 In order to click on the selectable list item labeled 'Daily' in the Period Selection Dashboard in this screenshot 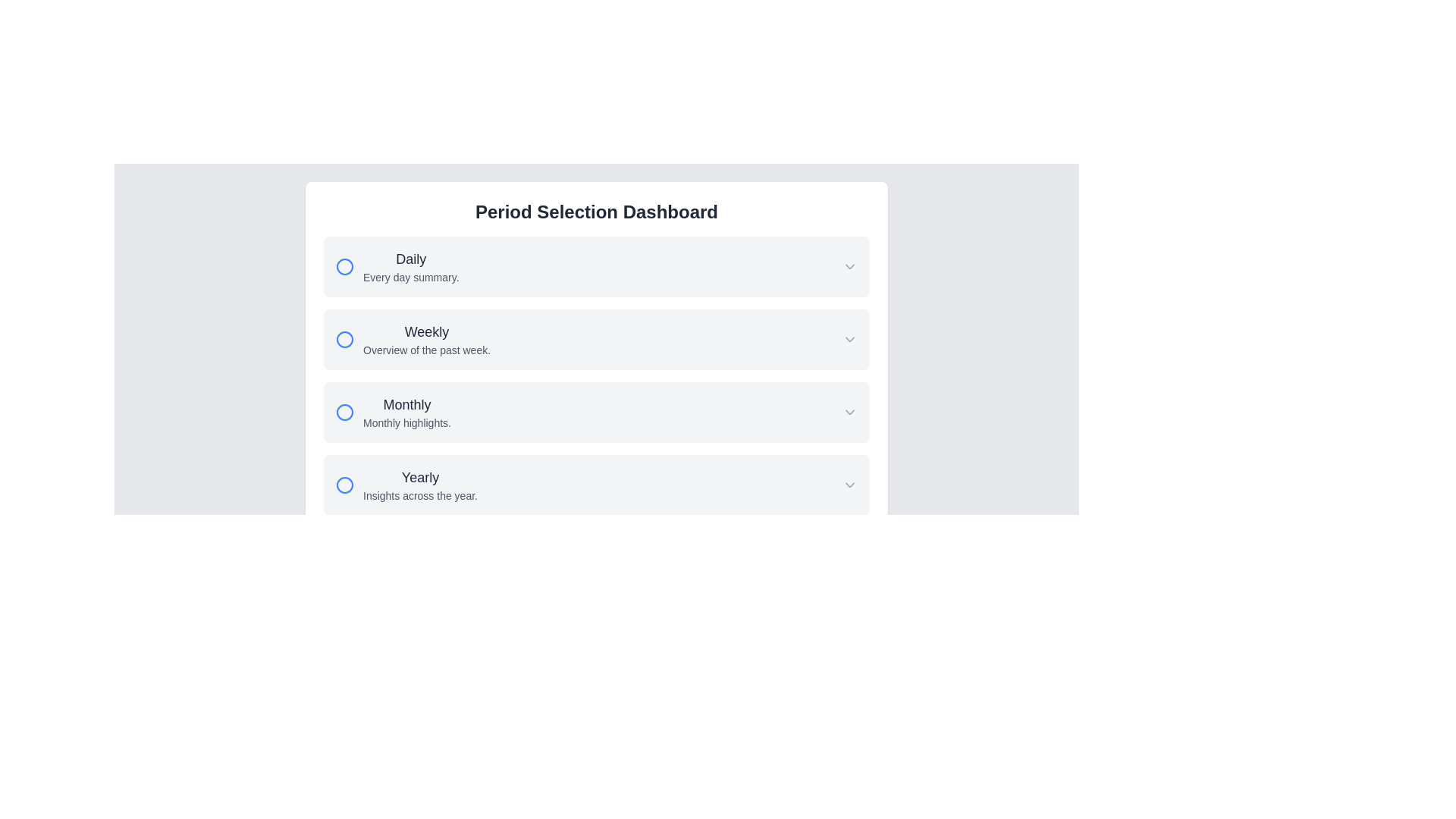, I will do `click(596, 265)`.